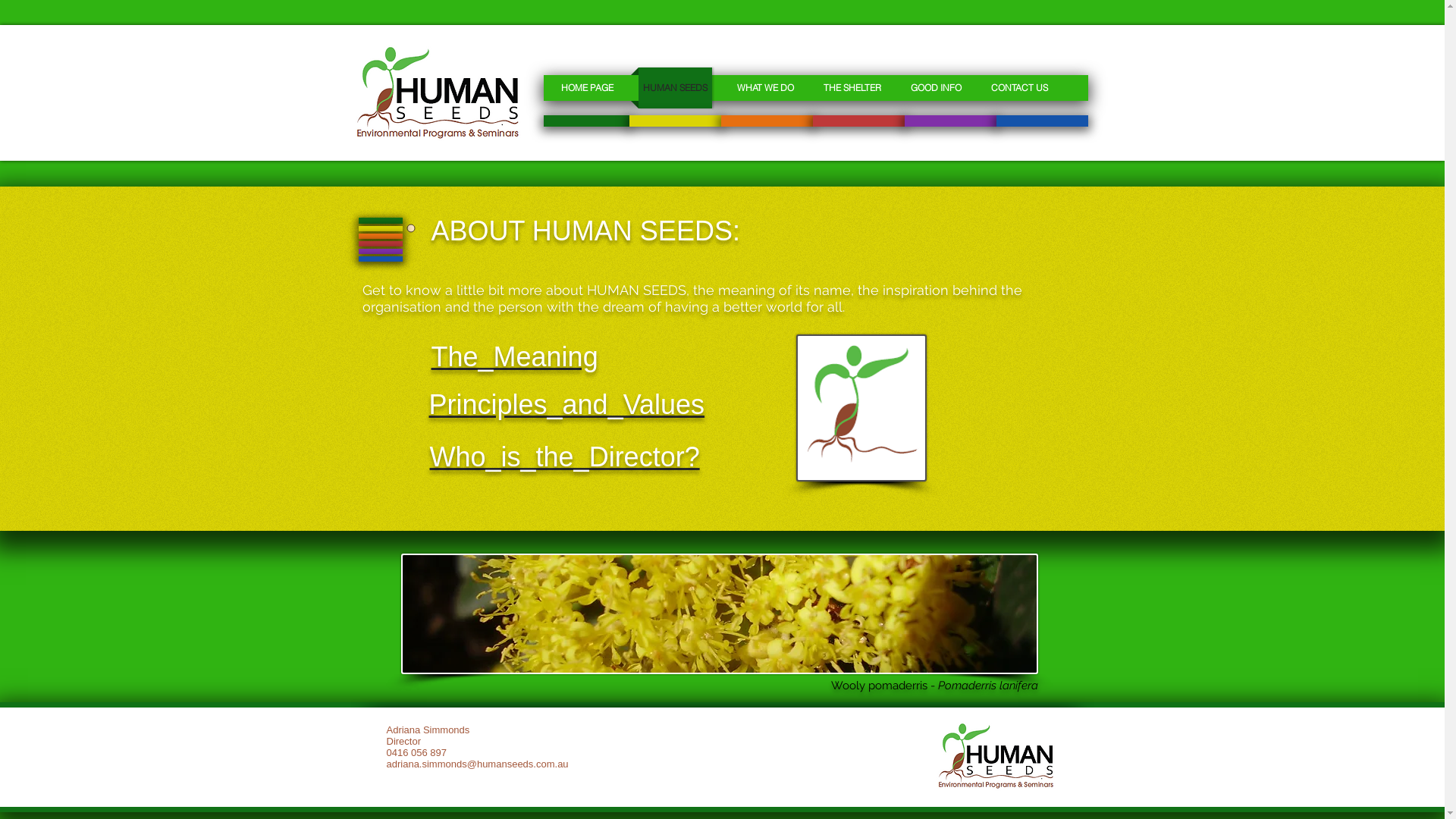 This screenshot has width=1456, height=819. What do you see at coordinates (852, 87) in the screenshot?
I see `'THE SHELTER'` at bounding box center [852, 87].